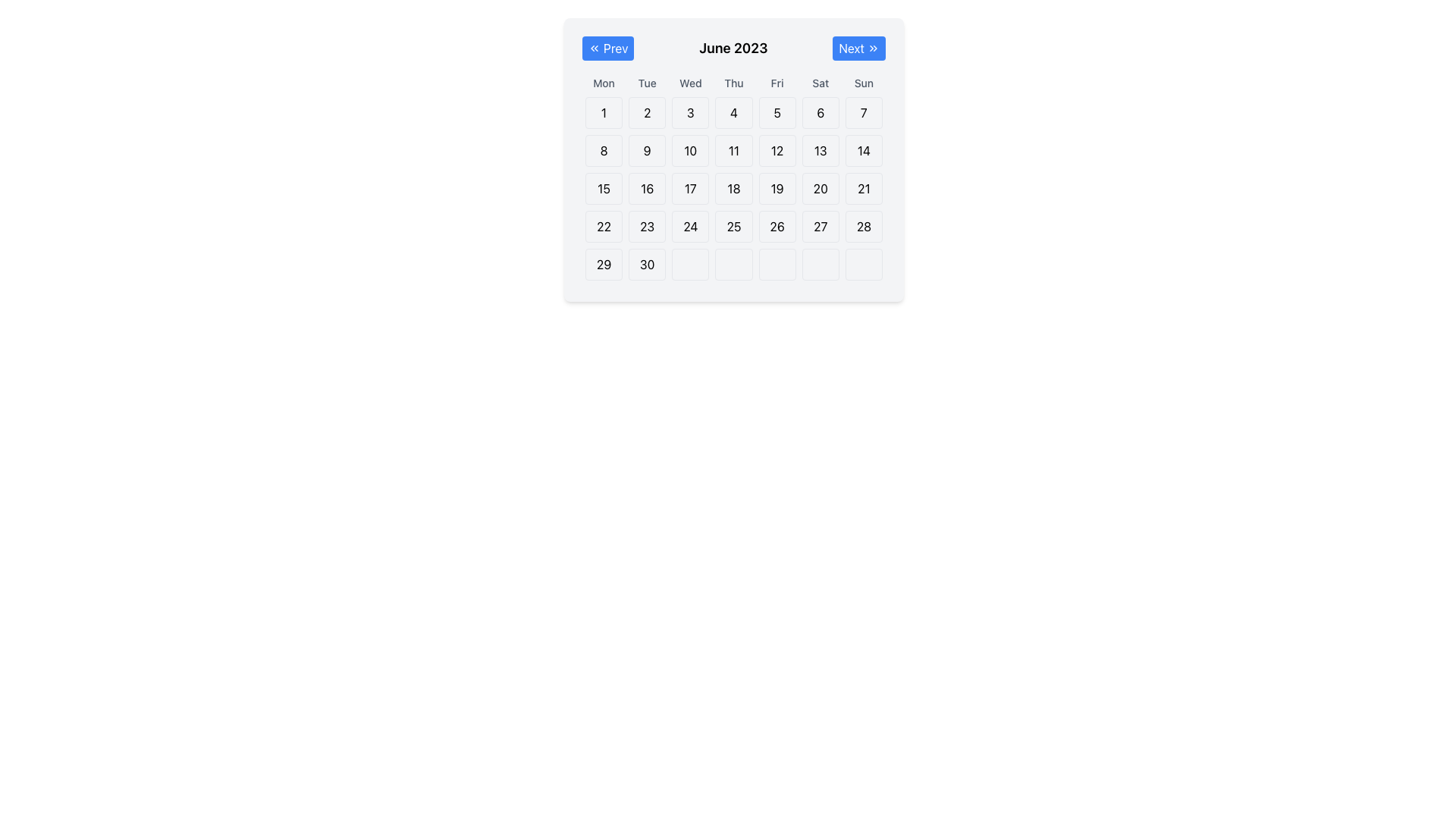  I want to click on a specific day in the June 2023 calendar, so click(734, 160).